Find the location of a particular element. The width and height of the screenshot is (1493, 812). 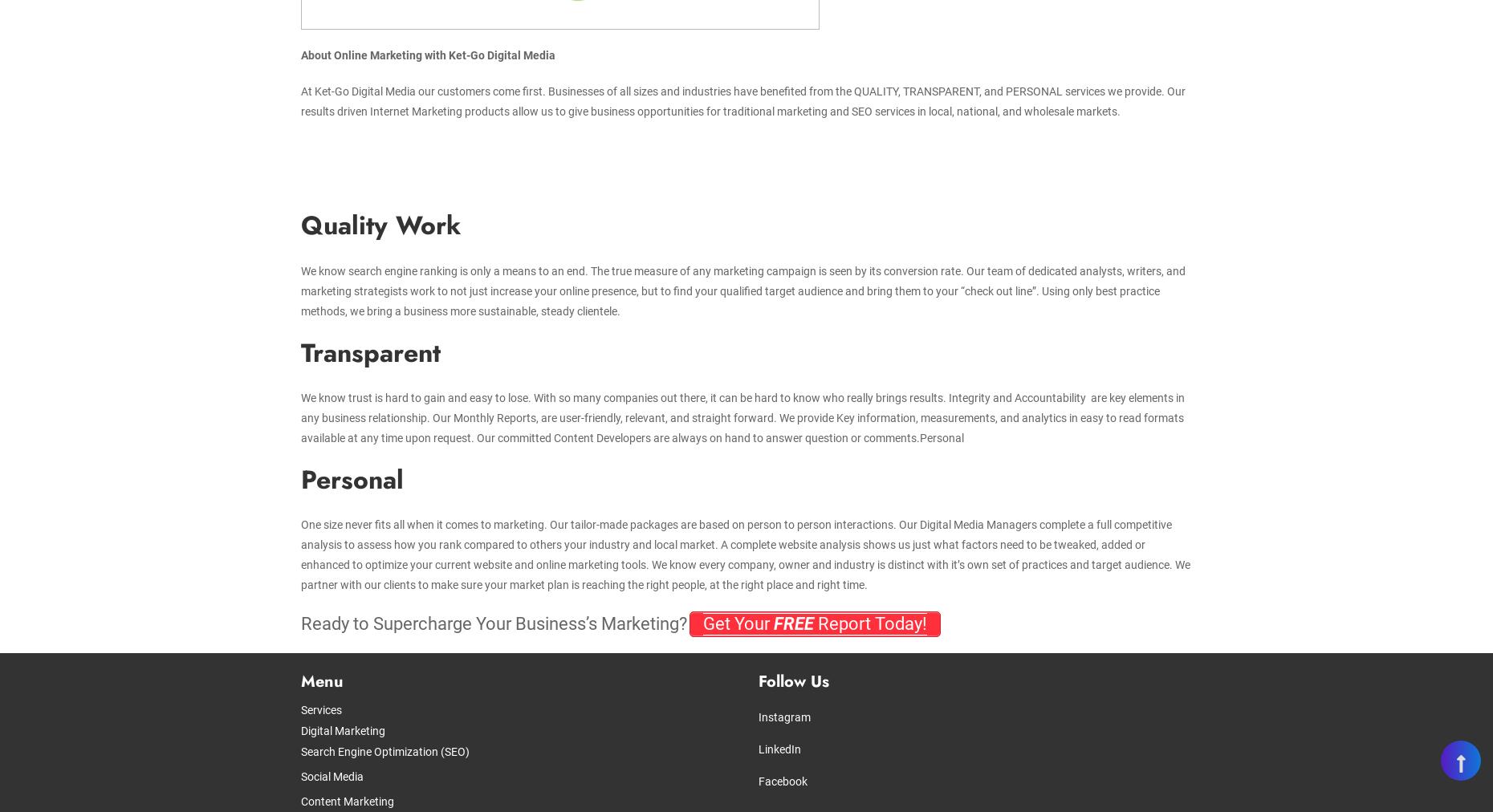

'Quality Work' is located at coordinates (299, 225).